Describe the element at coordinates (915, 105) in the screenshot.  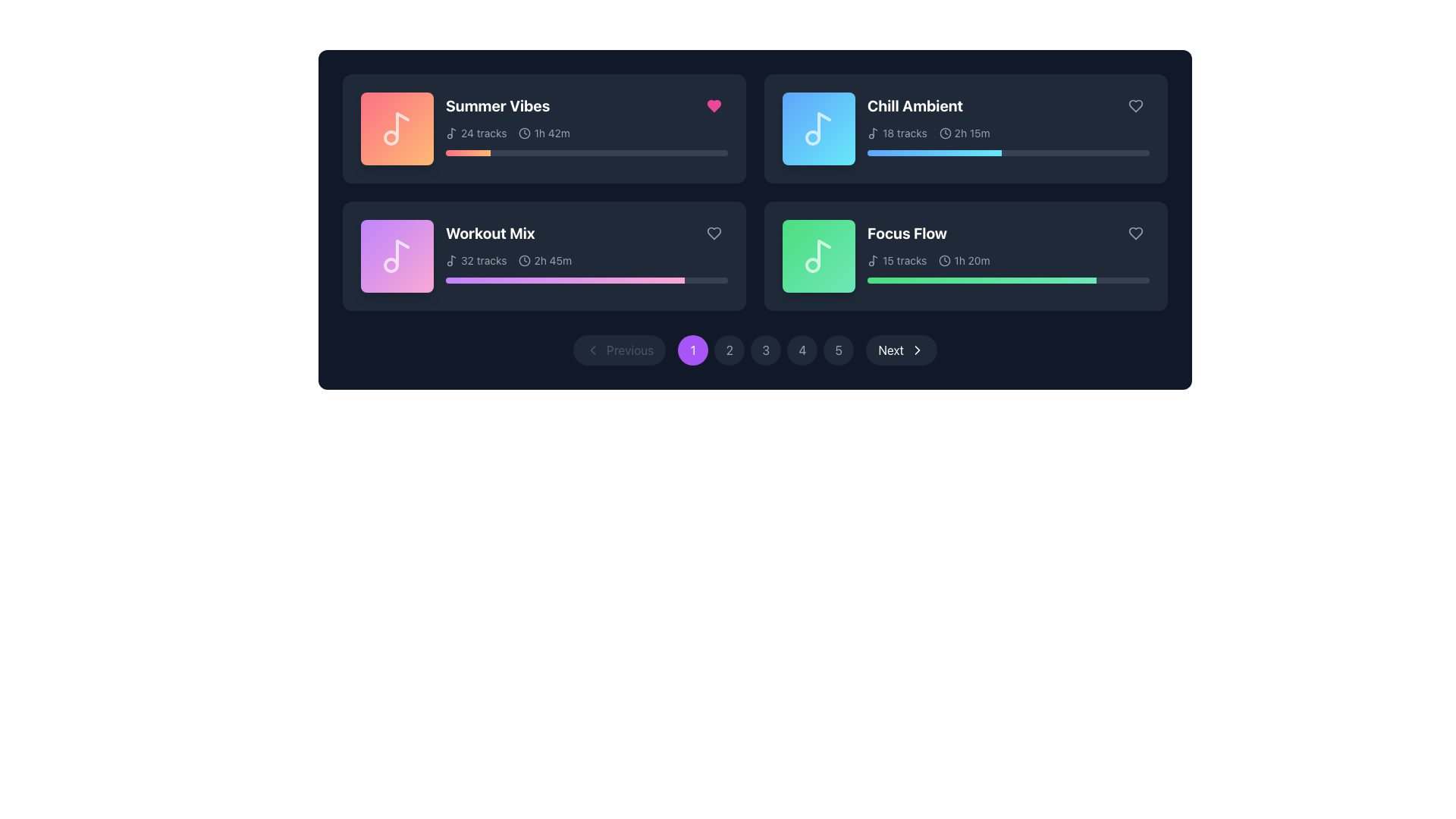
I see `text value of the 'Chill Ambient' label located in the upper-right card of the grid layout, positioned above track metadata and to the right of the musical note icon` at that location.